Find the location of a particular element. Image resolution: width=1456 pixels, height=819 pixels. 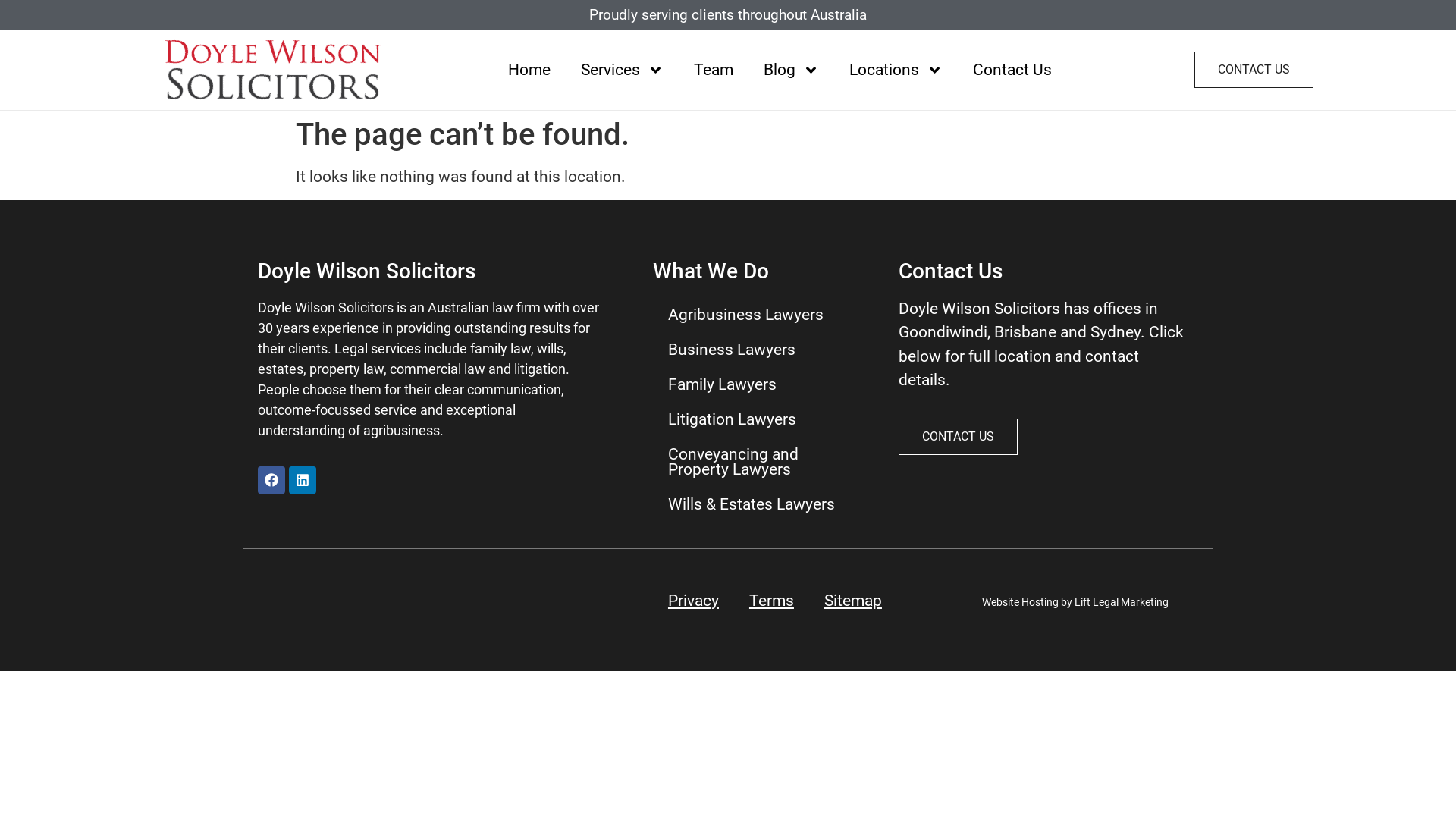

'Litigation Lawyers' is located at coordinates (761, 419).